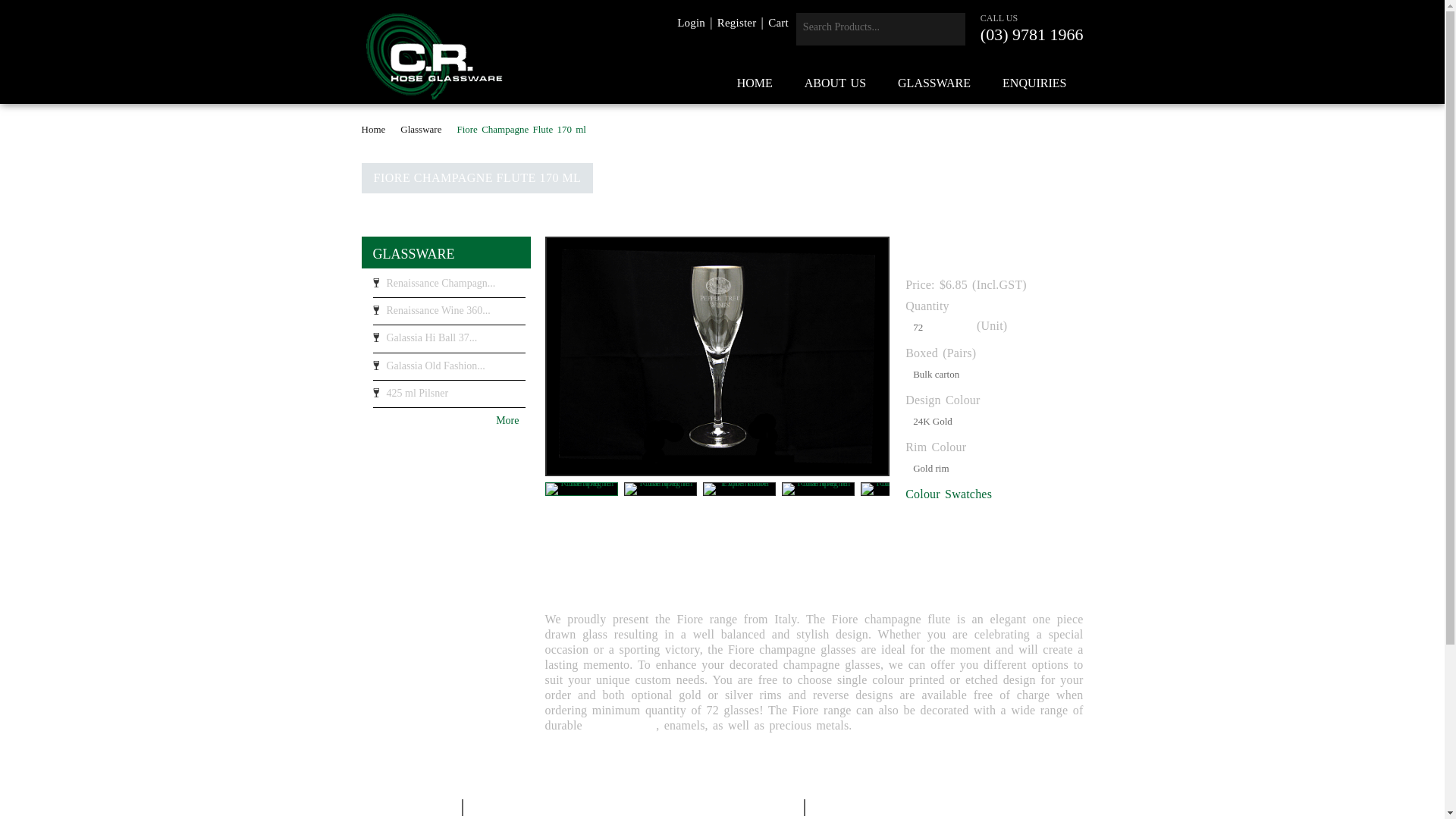  Describe the element at coordinates (378, 128) in the screenshot. I see `'Home'` at that location.